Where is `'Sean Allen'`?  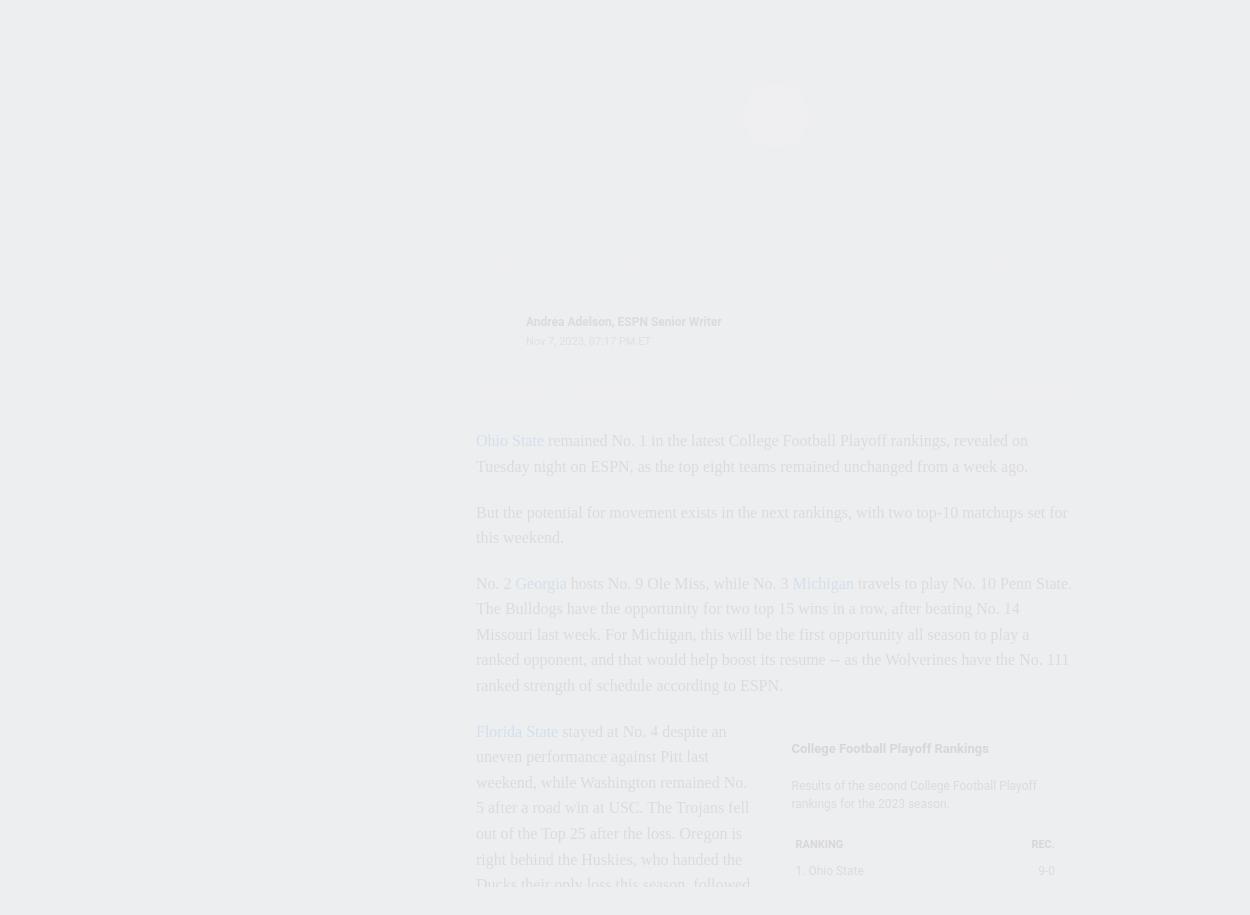 'Sean Allen' is located at coordinates (200, 251).